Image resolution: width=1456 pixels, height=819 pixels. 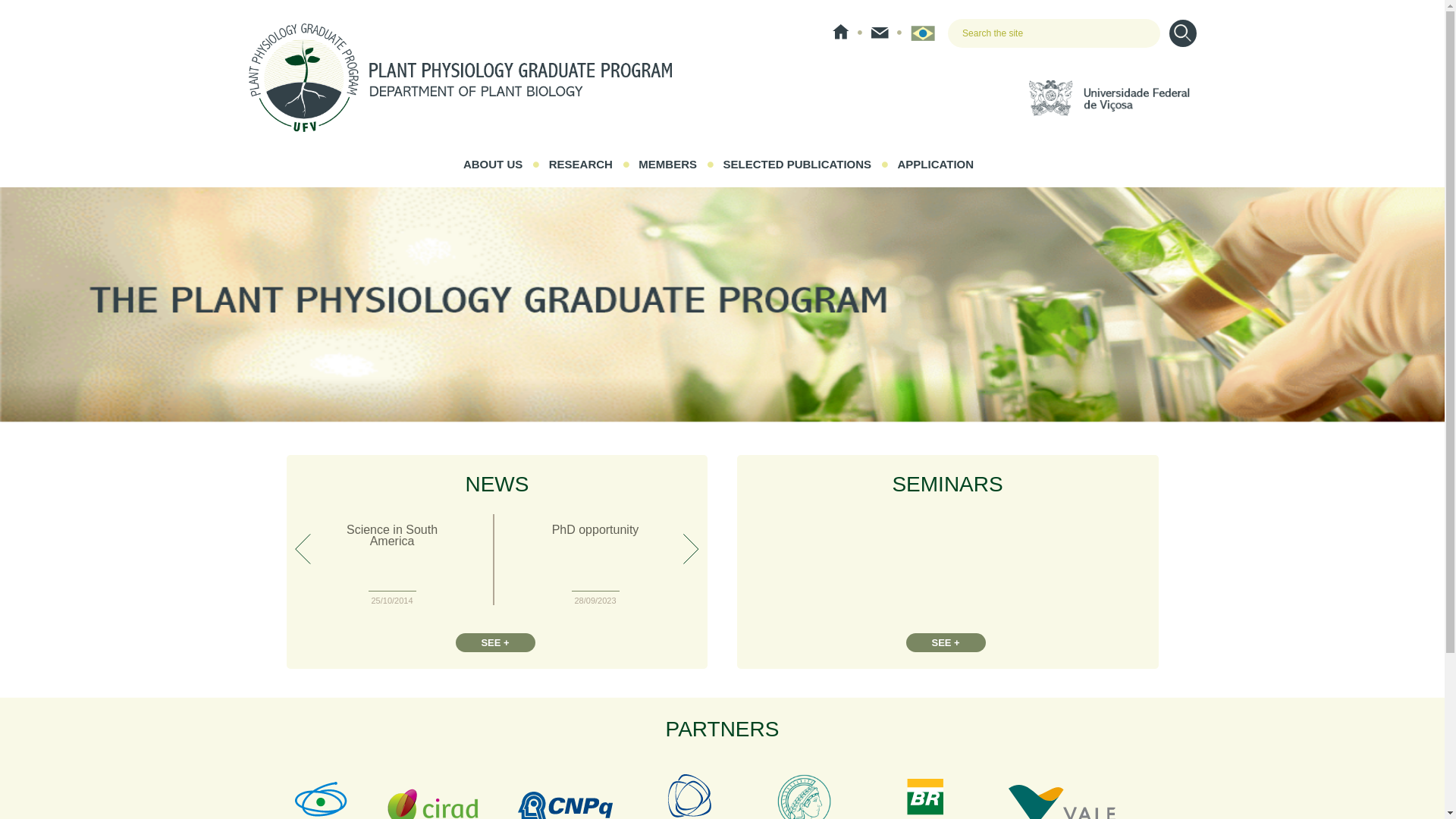 What do you see at coordinates (492, 164) in the screenshot?
I see `'ABOUT US'` at bounding box center [492, 164].